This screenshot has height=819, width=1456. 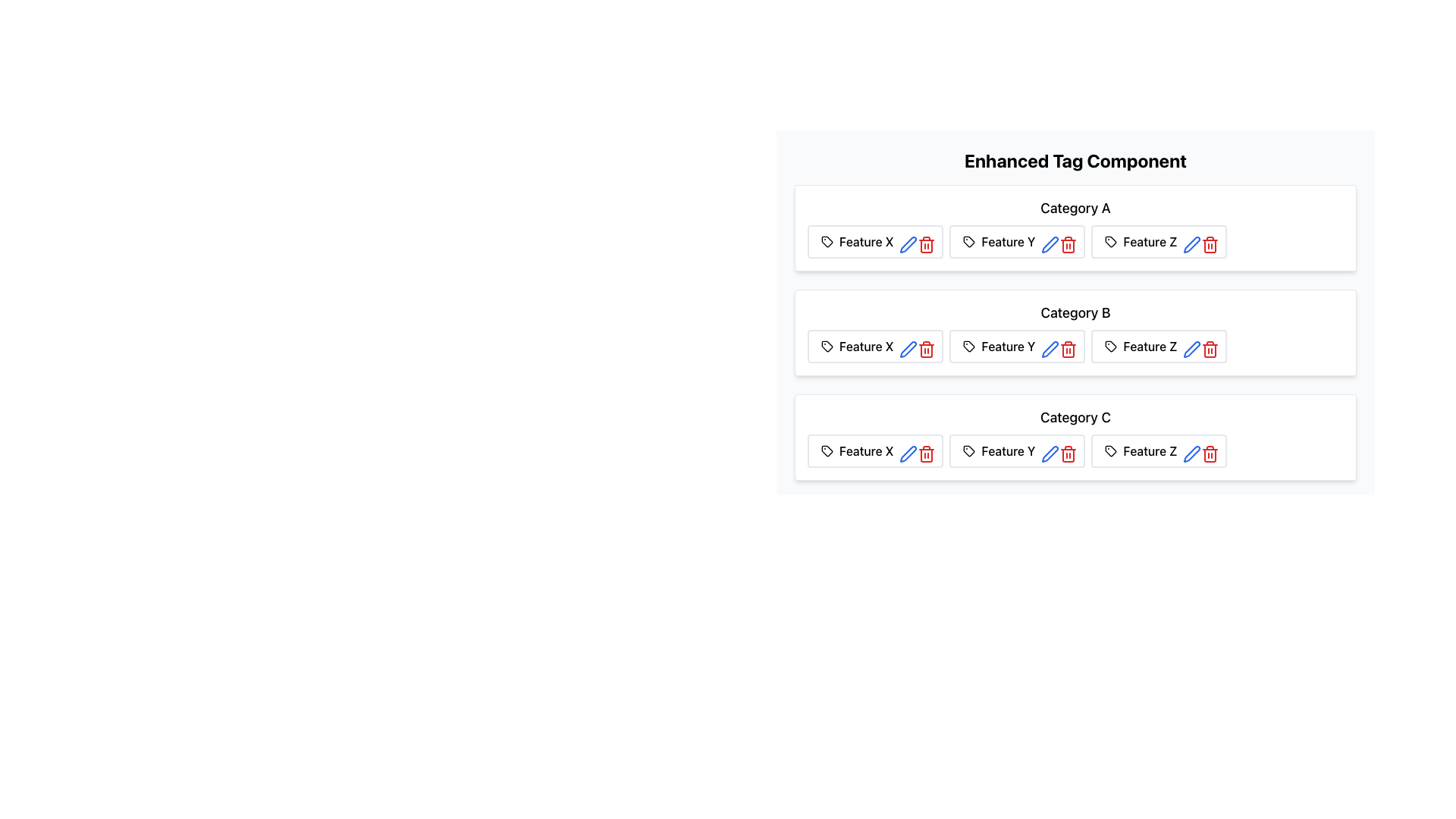 I want to click on the small, purple-colored tag icon located within the labeled rectangular box 'Feature X' in the 'Category A' section, so click(x=826, y=241).